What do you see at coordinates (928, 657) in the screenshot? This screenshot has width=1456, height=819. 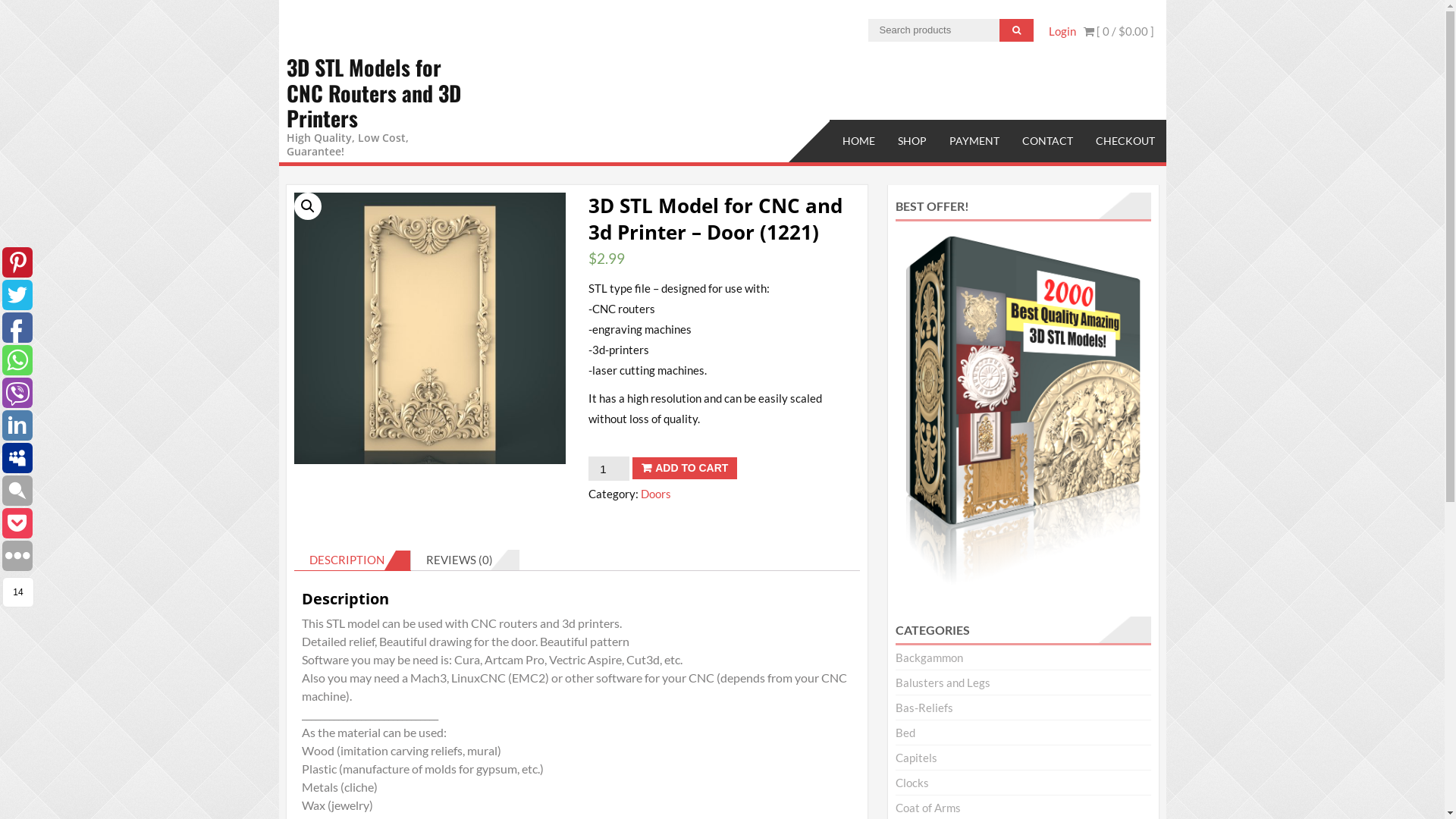 I see `'Backgammon'` at bounding box center [928, 657].